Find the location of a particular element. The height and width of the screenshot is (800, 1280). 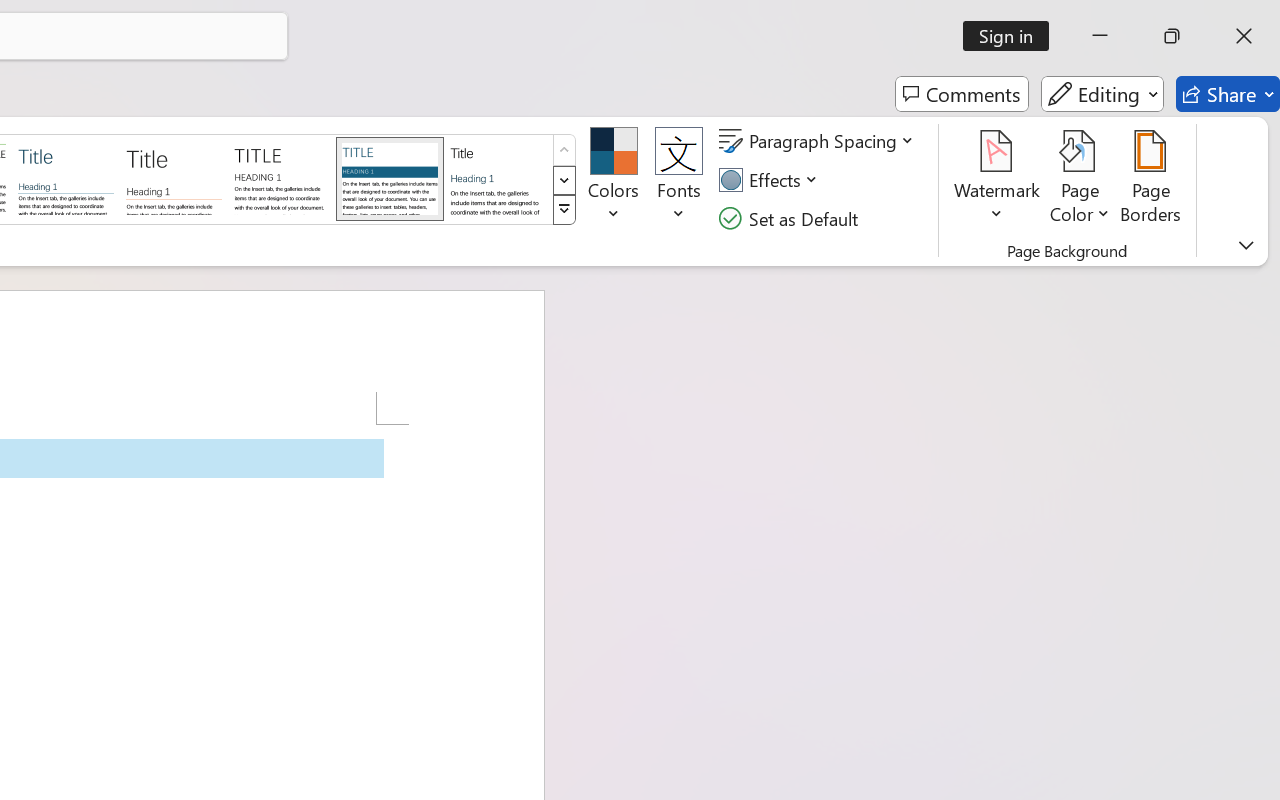

'Effects' is located at coordinates (770, 179).